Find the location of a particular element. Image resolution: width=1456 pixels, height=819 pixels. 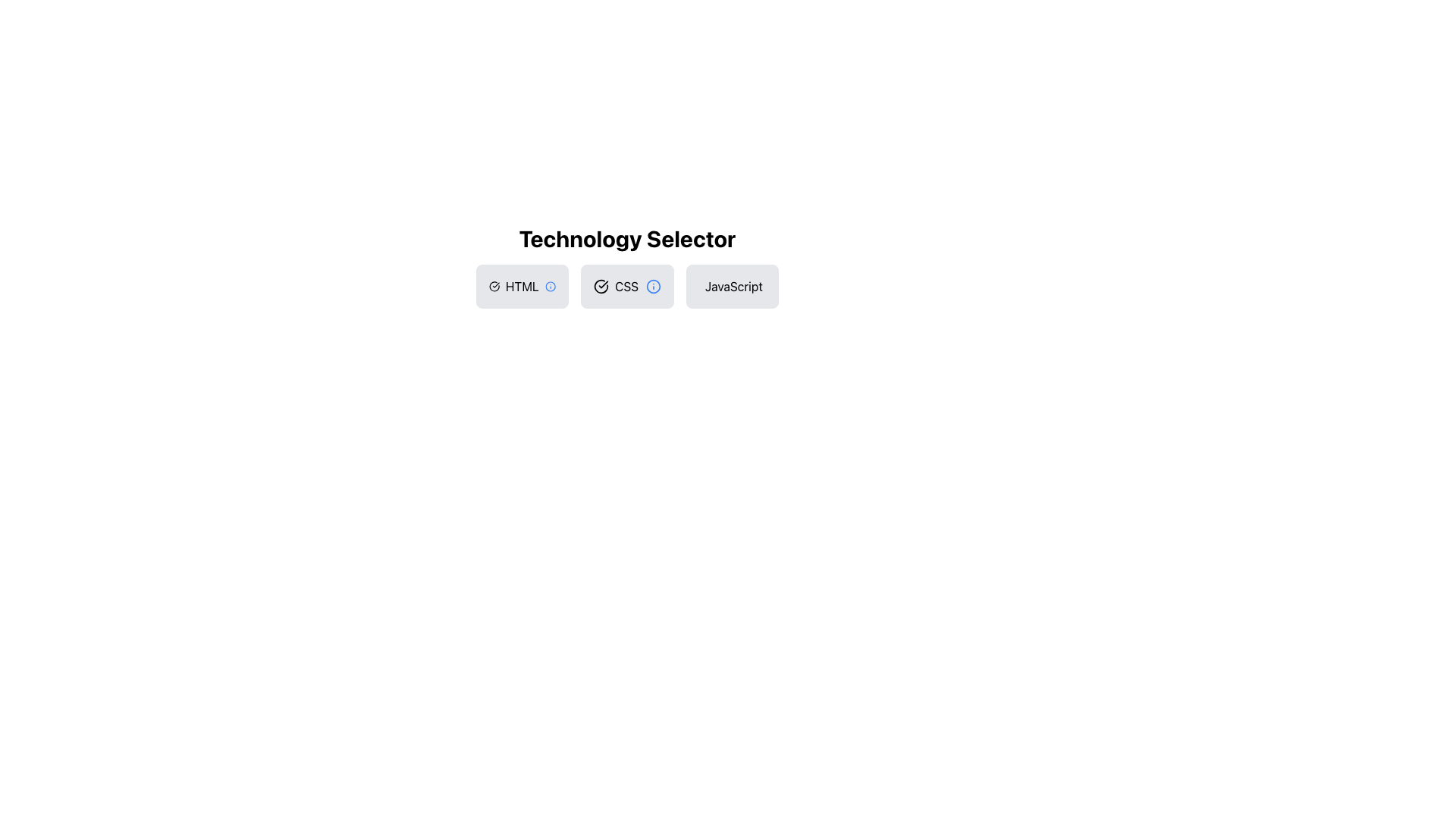

the 'JavaScript' button in the technology selection menu to observe the hover effect is located at coordinates (733, 287).